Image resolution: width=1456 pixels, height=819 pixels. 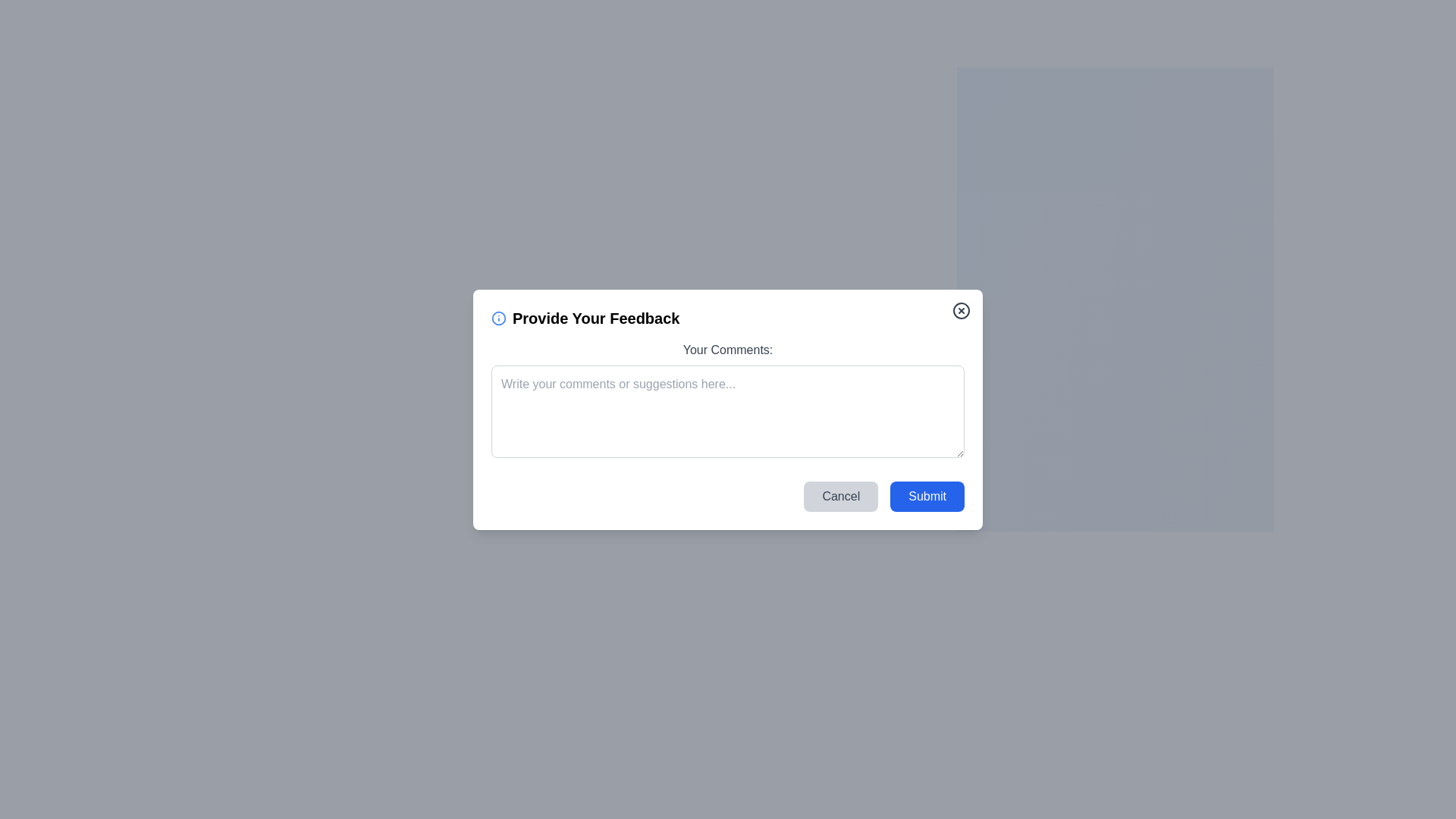 I want to click on the submit button located at the bottom-right corner of the feedback submission form, immediately to the right of the gray 'Cancel' button, so click(x=927, y=496).